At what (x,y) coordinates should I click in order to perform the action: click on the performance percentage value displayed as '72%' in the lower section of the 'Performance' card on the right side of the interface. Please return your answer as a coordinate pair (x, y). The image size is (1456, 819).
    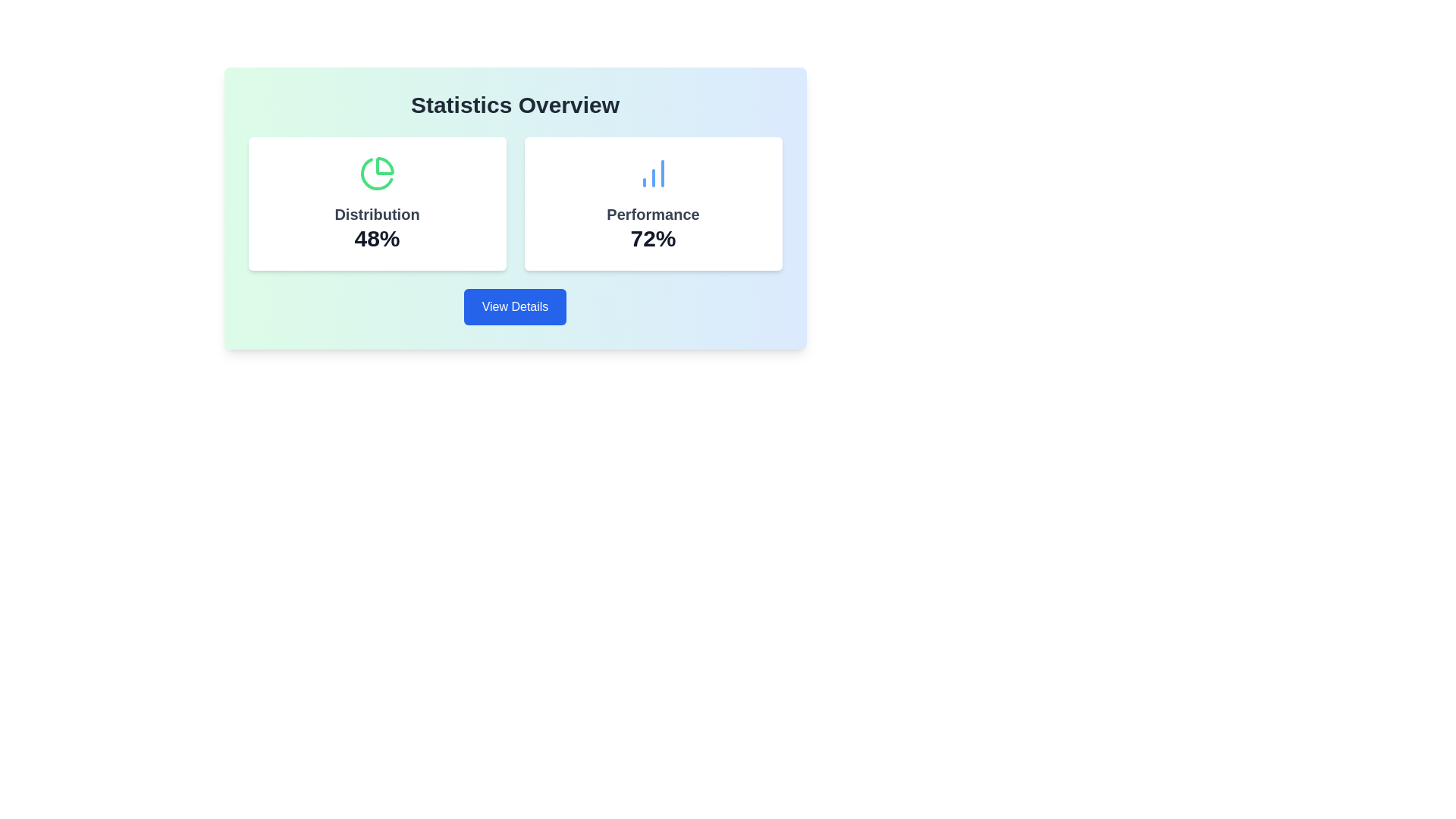
    Looking at the image, I should click on (653, 239).